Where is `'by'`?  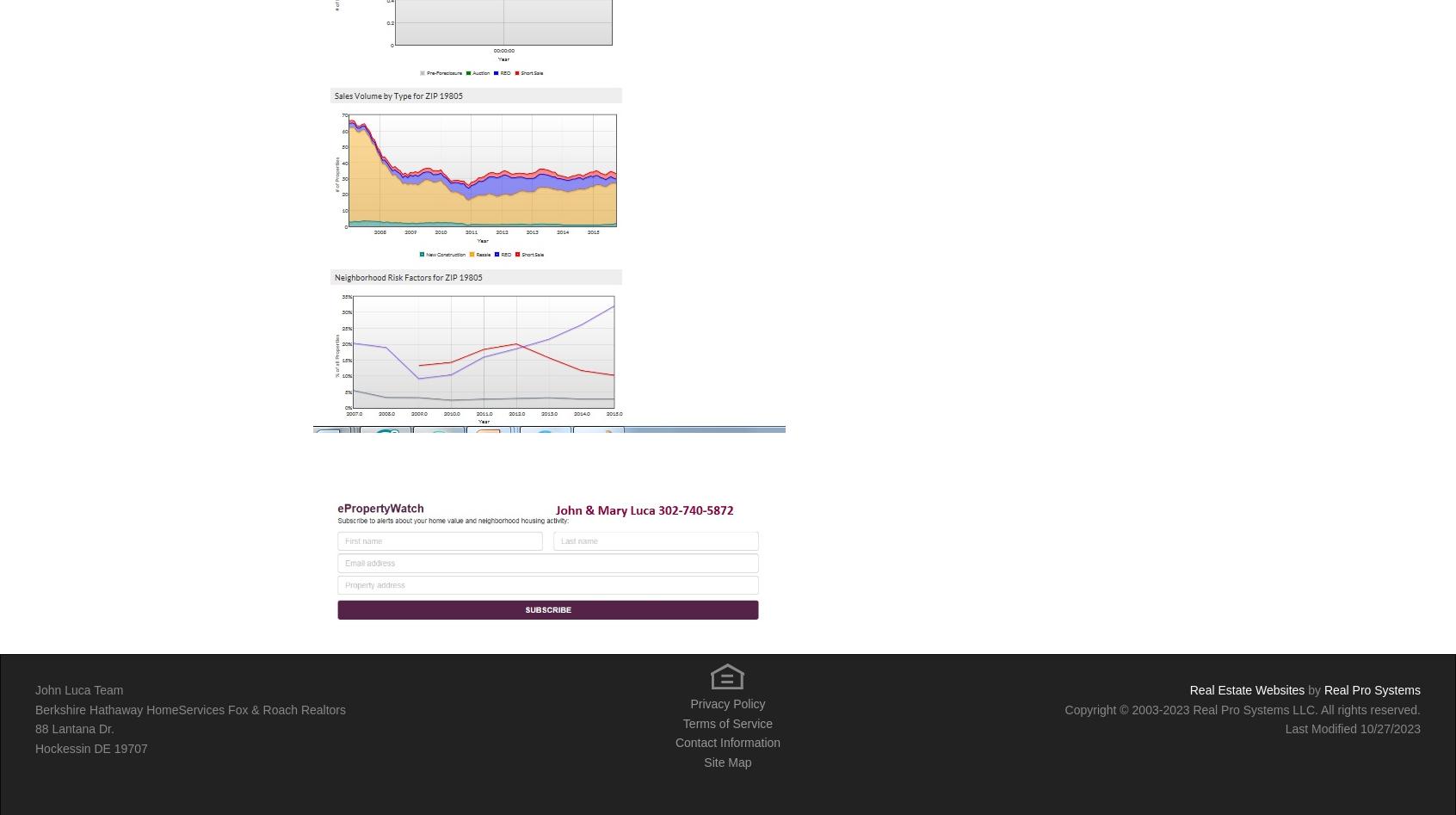 'by' is located at coordinates (1305, 690).